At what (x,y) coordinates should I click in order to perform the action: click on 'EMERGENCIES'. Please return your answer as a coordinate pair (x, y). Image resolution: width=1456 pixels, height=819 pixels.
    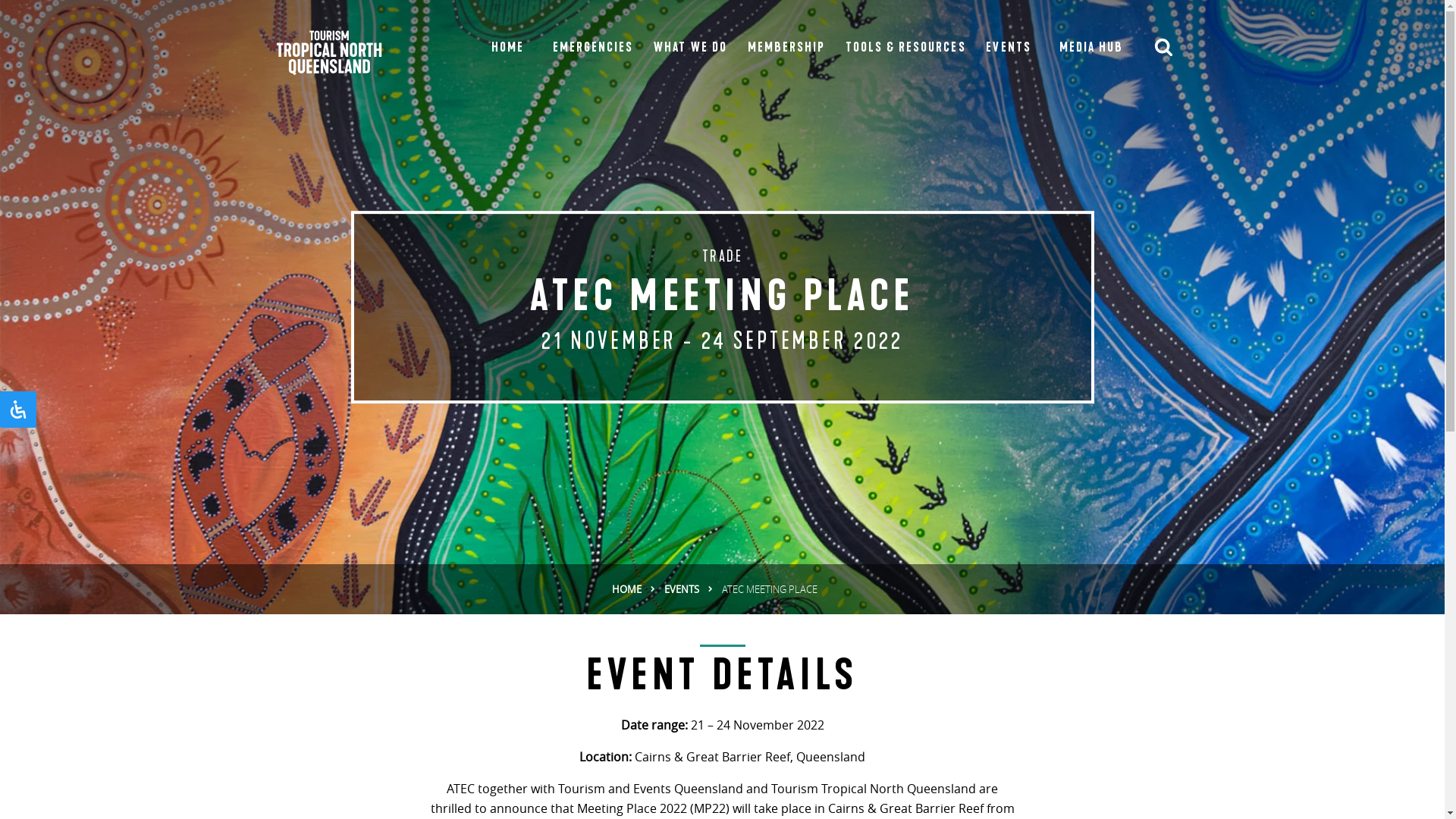
    Looking at the image, I should click on (592, 46).